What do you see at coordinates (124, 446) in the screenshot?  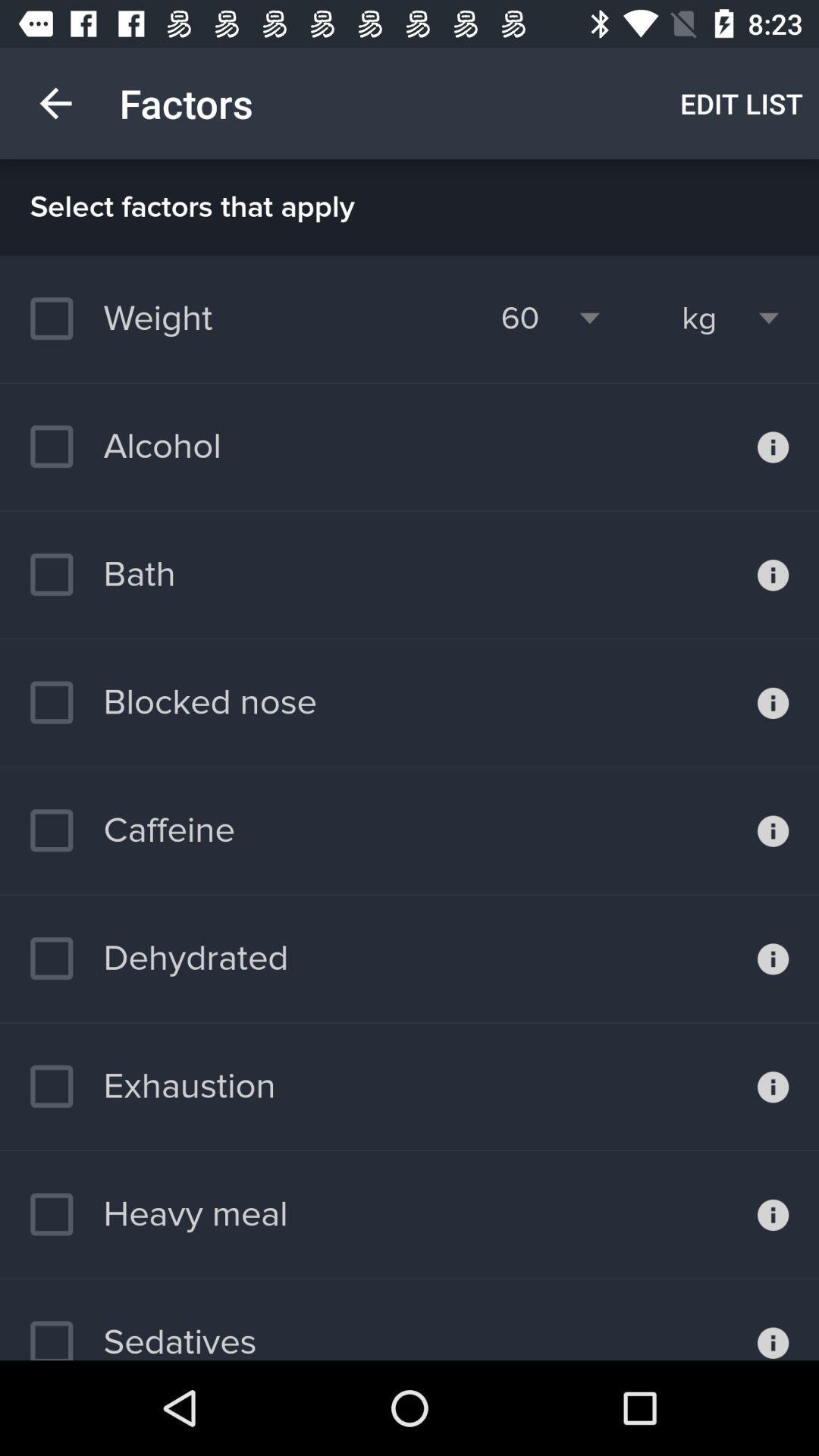 I see `the icon above the bath item` at bounding box center [124, 446].